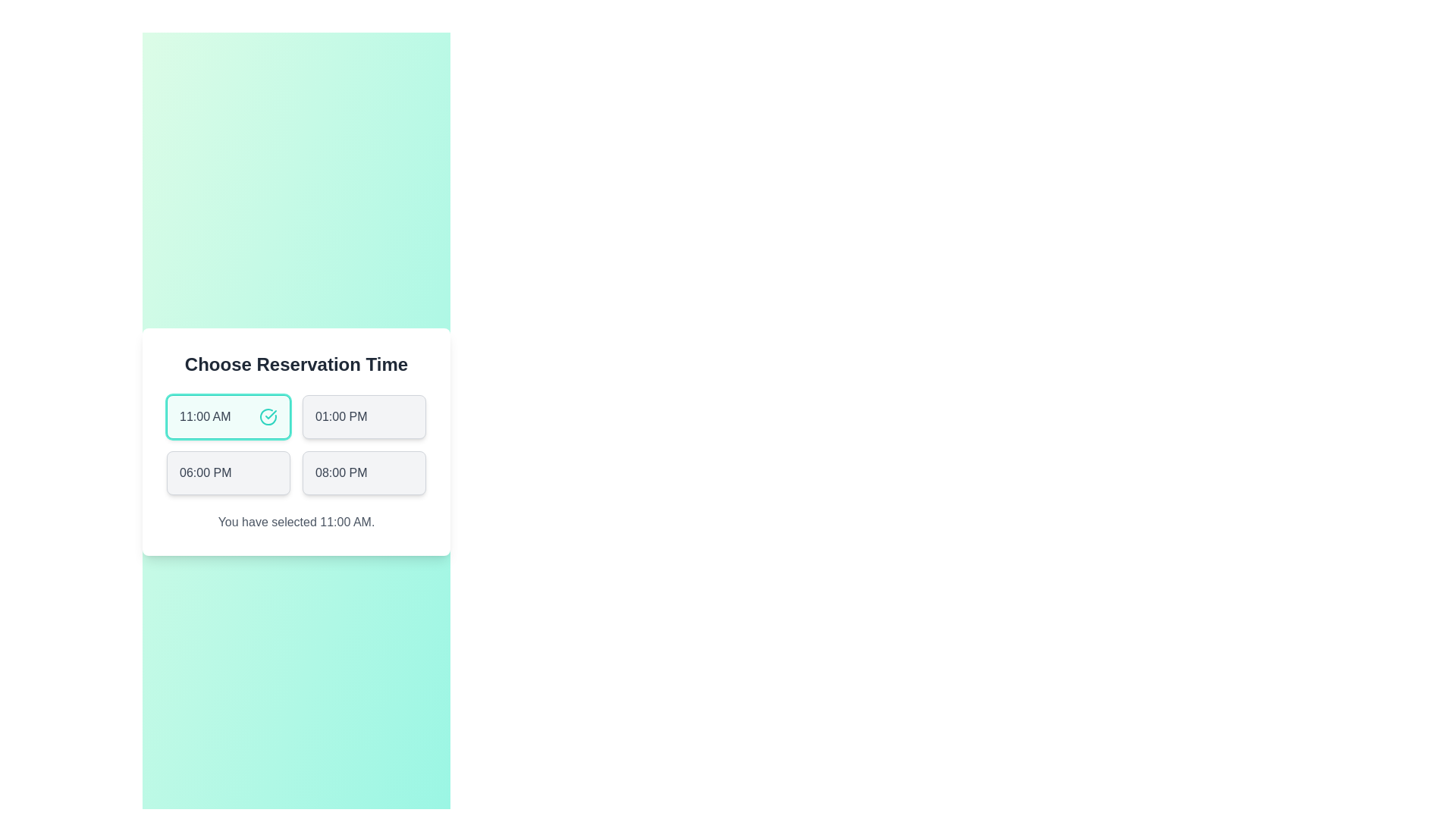 The height and width of the screenshot is (819, 1456). What do you see at coordinates (227, 417) in the screenshot?
I see `the '11:00 AM' time slot button` at bounding box center [227, 417].